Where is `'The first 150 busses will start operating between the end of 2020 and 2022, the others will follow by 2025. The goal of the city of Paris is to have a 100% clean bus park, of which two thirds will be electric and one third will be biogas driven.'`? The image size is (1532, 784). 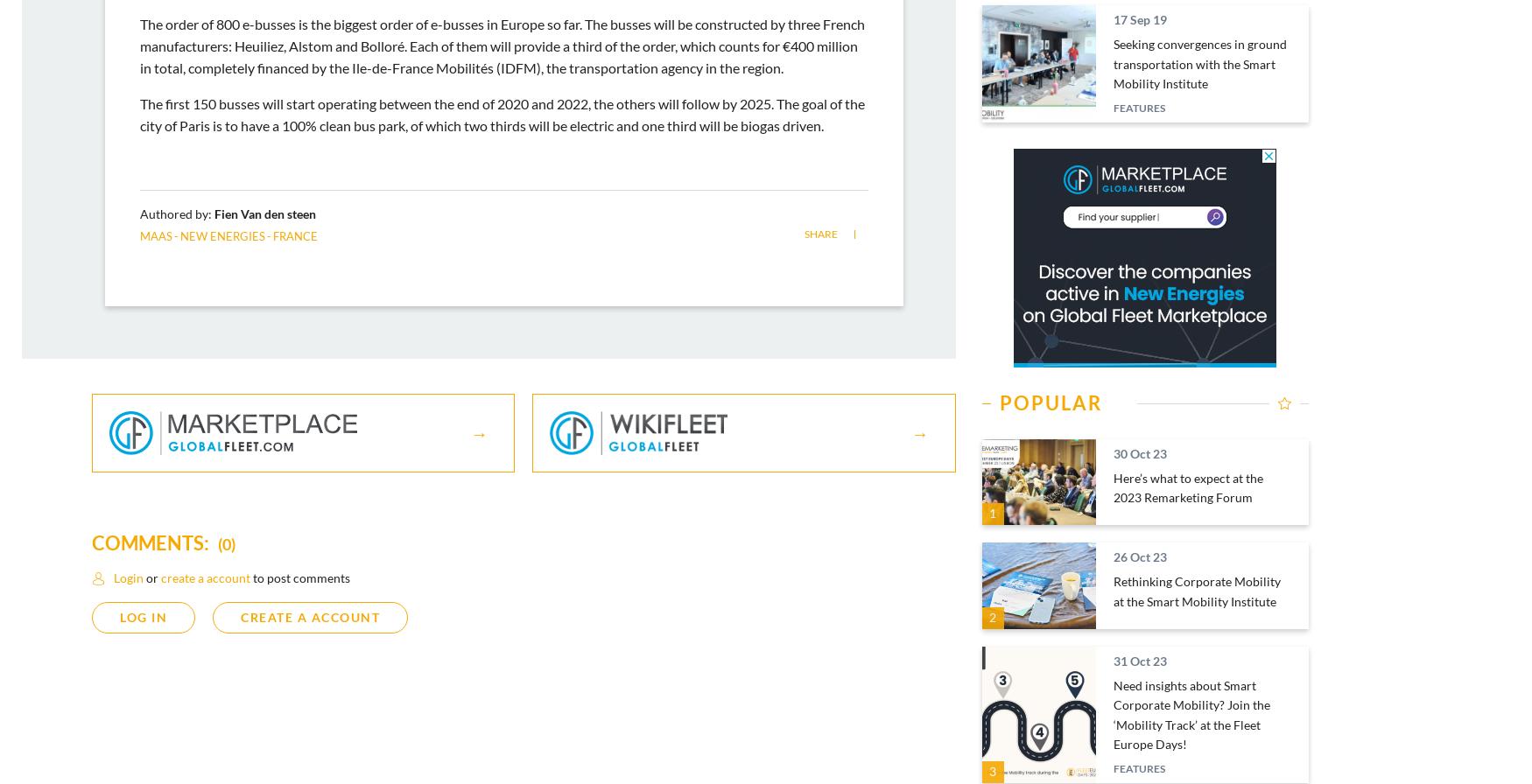
'The first 150 busses will start operating between the end of 2020 and 2022, the others will follow by 2025. The goal of the city of Paris is to have a 100% clean bus park, of which two thirds will be electric and one third will be biogas driven.' is located at coordinates (502, 114).